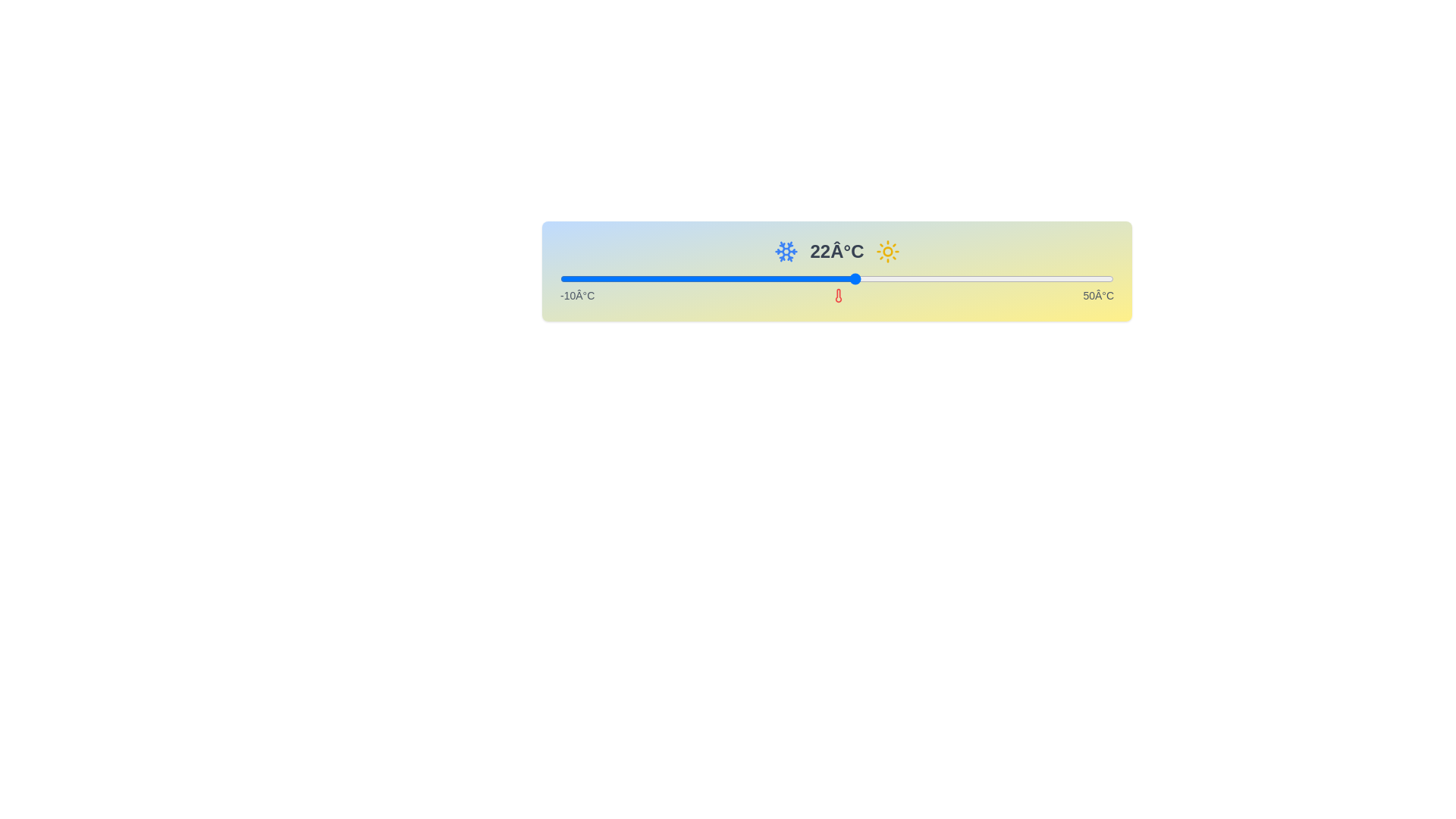  I want to click on the slider to set the temperature to 39 degrees Celsius, so click(1012, 278).